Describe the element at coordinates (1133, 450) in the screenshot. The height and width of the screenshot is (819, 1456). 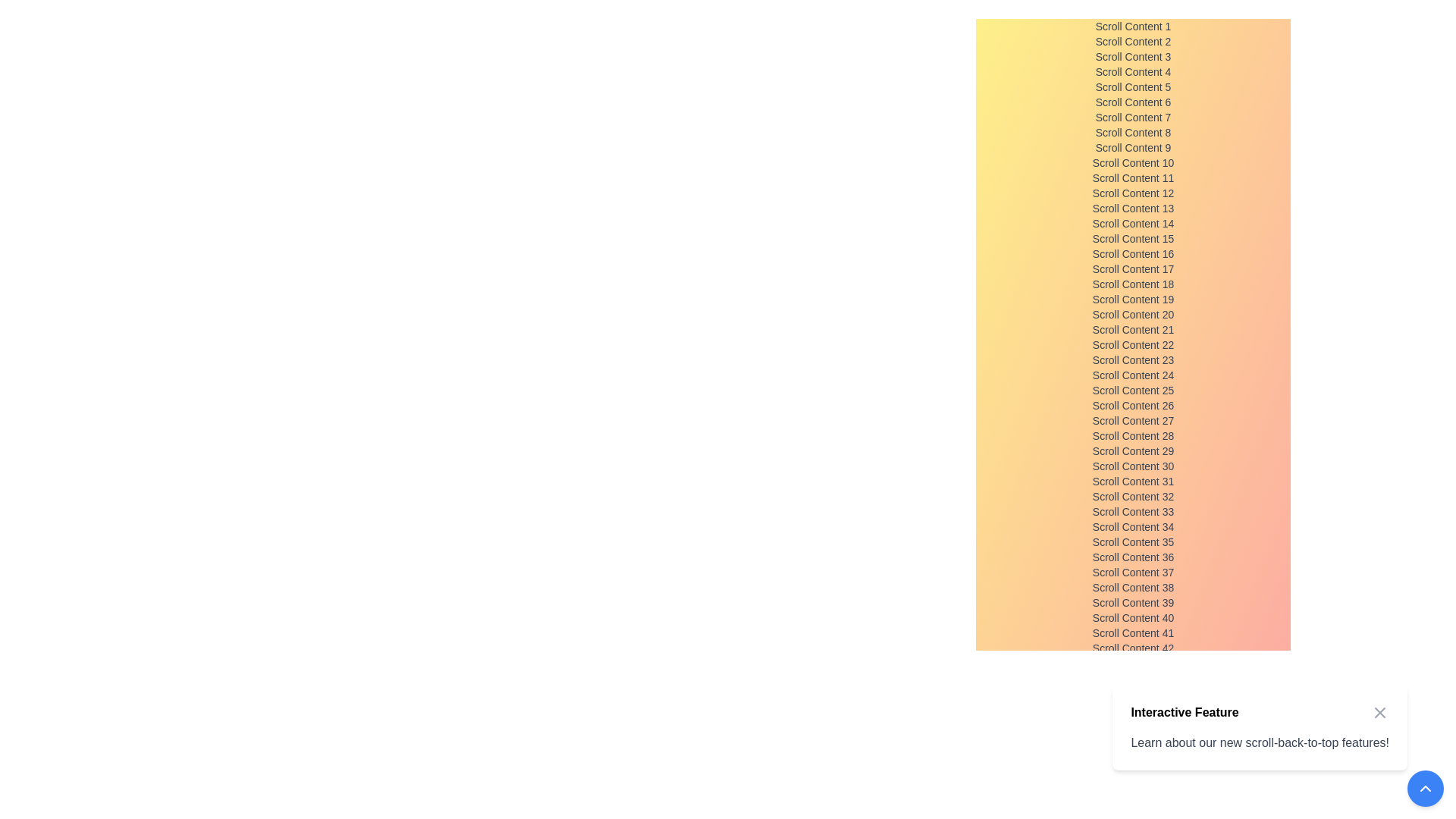
I see `the text label reading 'Scroll Content 29' visually, which is styled in gray text` at that location.